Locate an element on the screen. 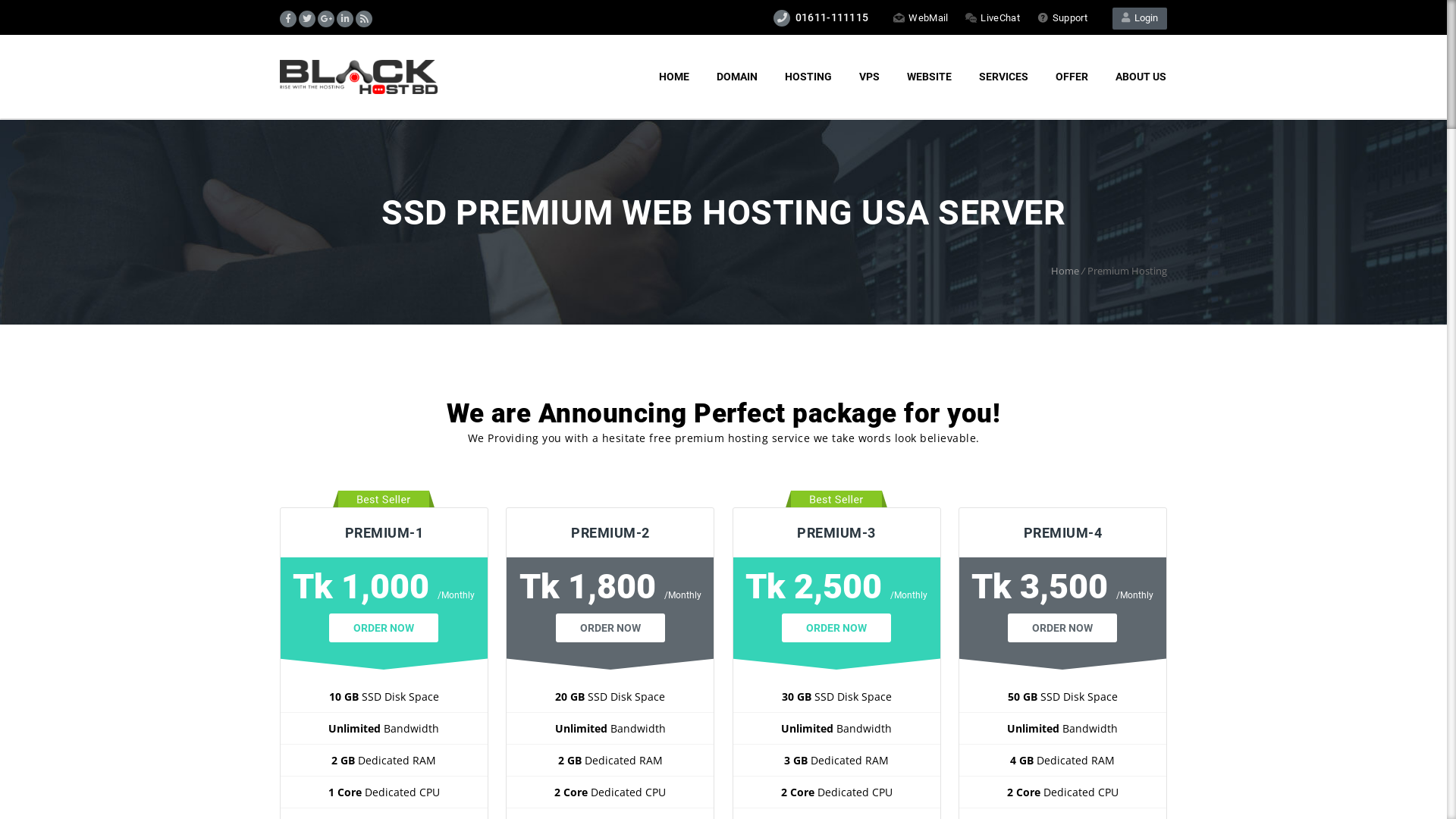  'ABOUT US' is located at coordinates (1141, 77).